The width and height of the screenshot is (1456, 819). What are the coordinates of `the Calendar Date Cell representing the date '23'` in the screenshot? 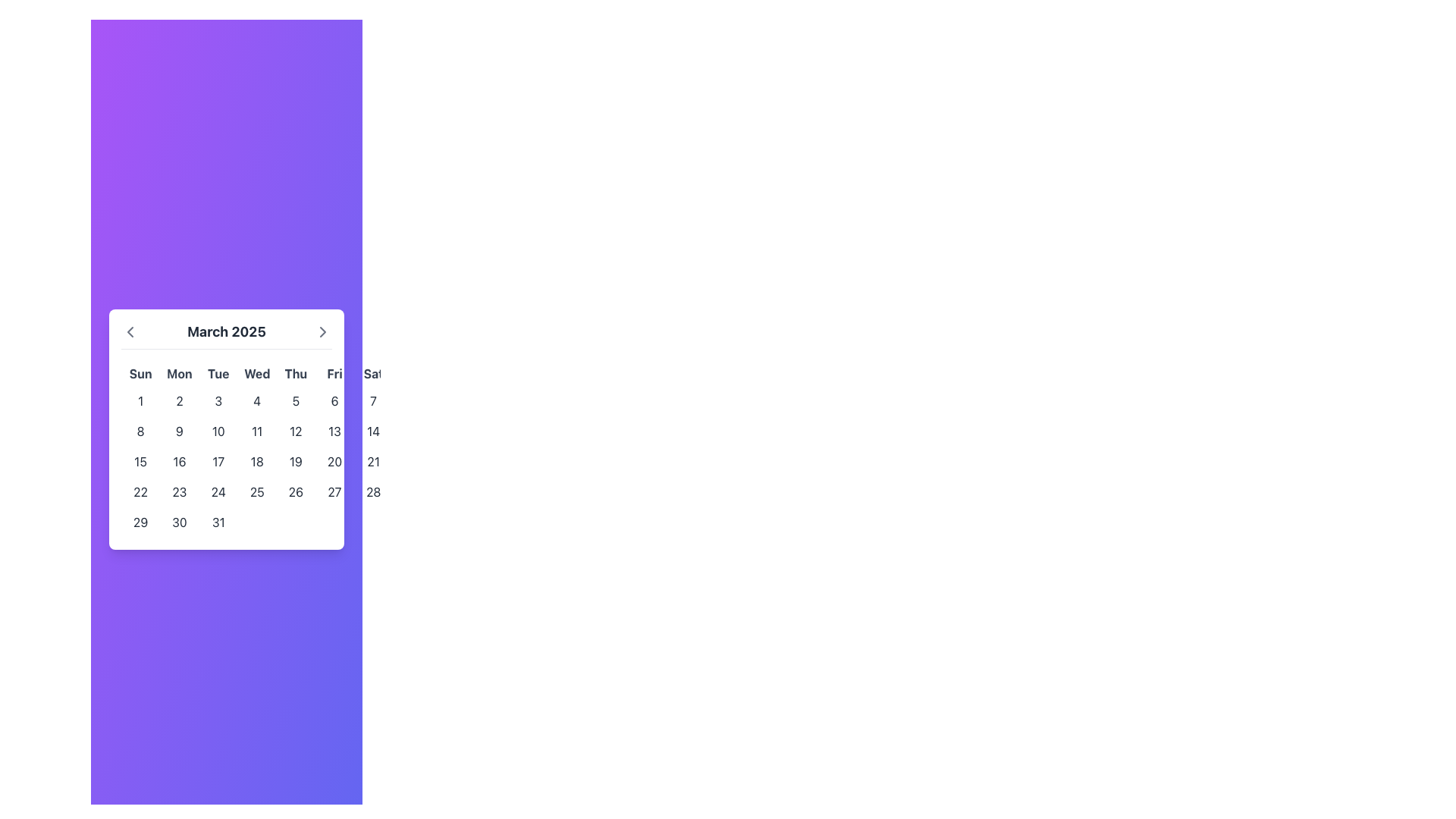 It's located at (179, 491).